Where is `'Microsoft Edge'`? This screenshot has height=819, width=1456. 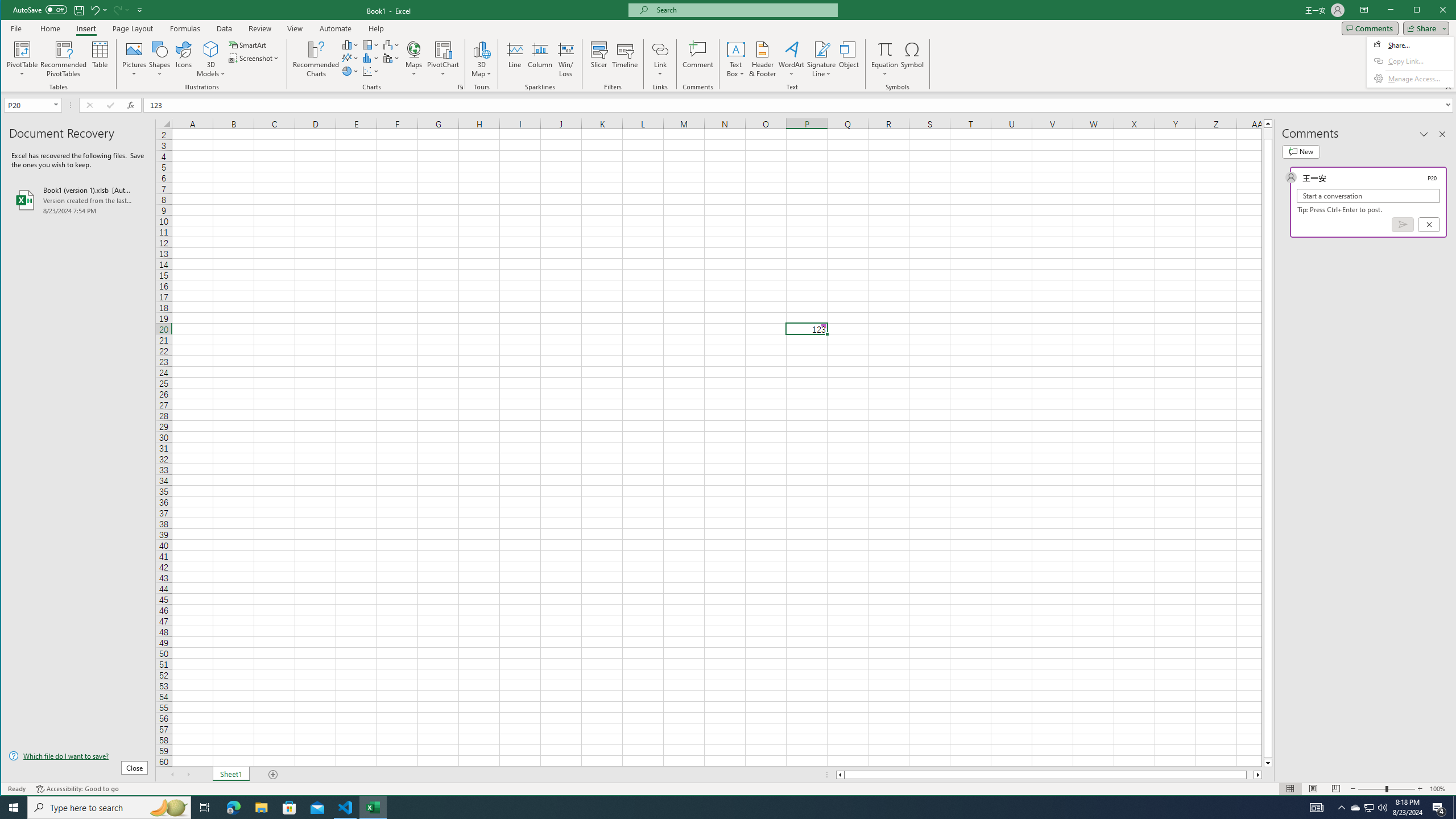
'Microsoft Edge' is located at coordinates (233, 806).